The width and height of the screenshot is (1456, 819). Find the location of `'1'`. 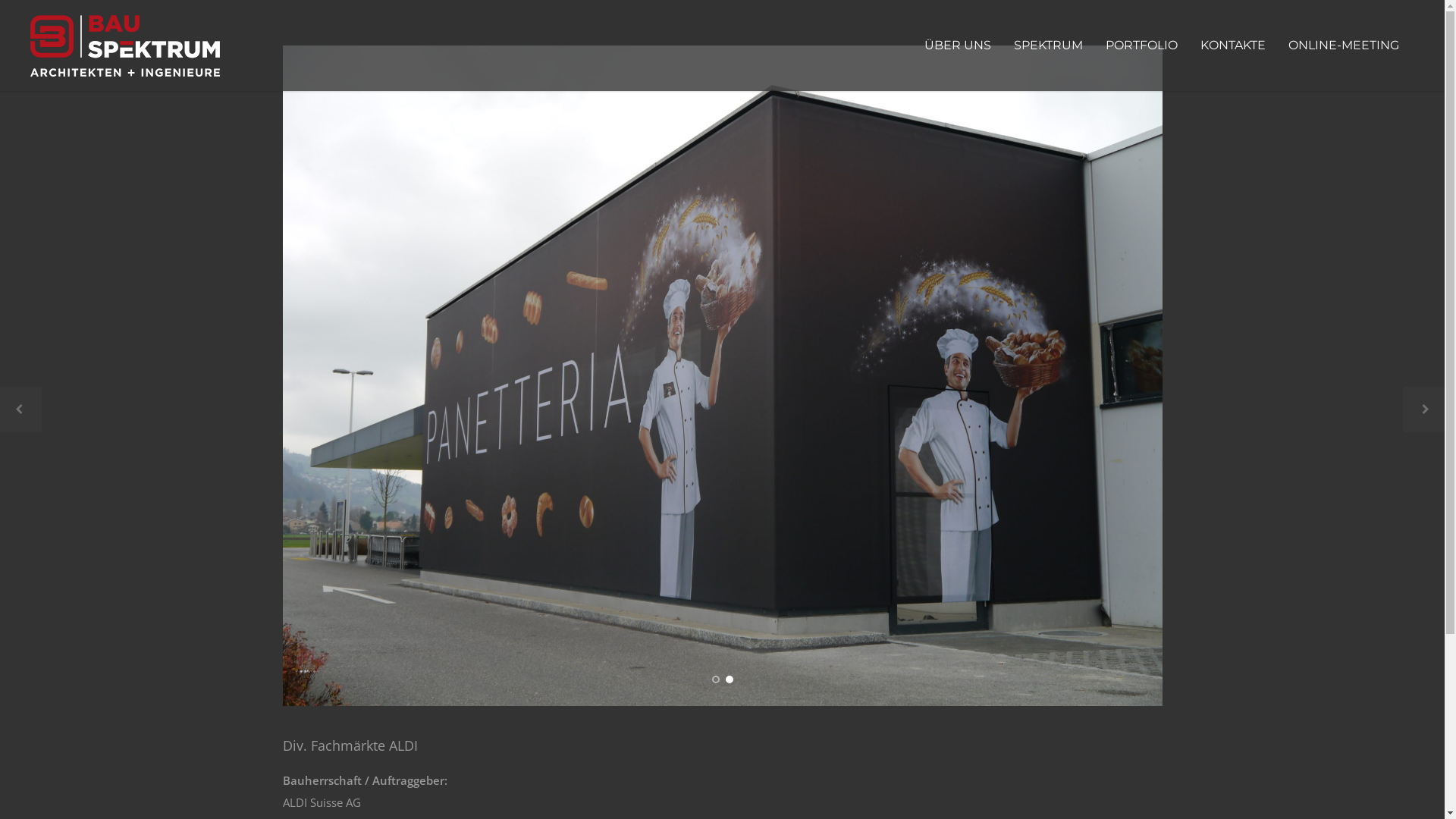

'1' is located at coordinates (714, 678).